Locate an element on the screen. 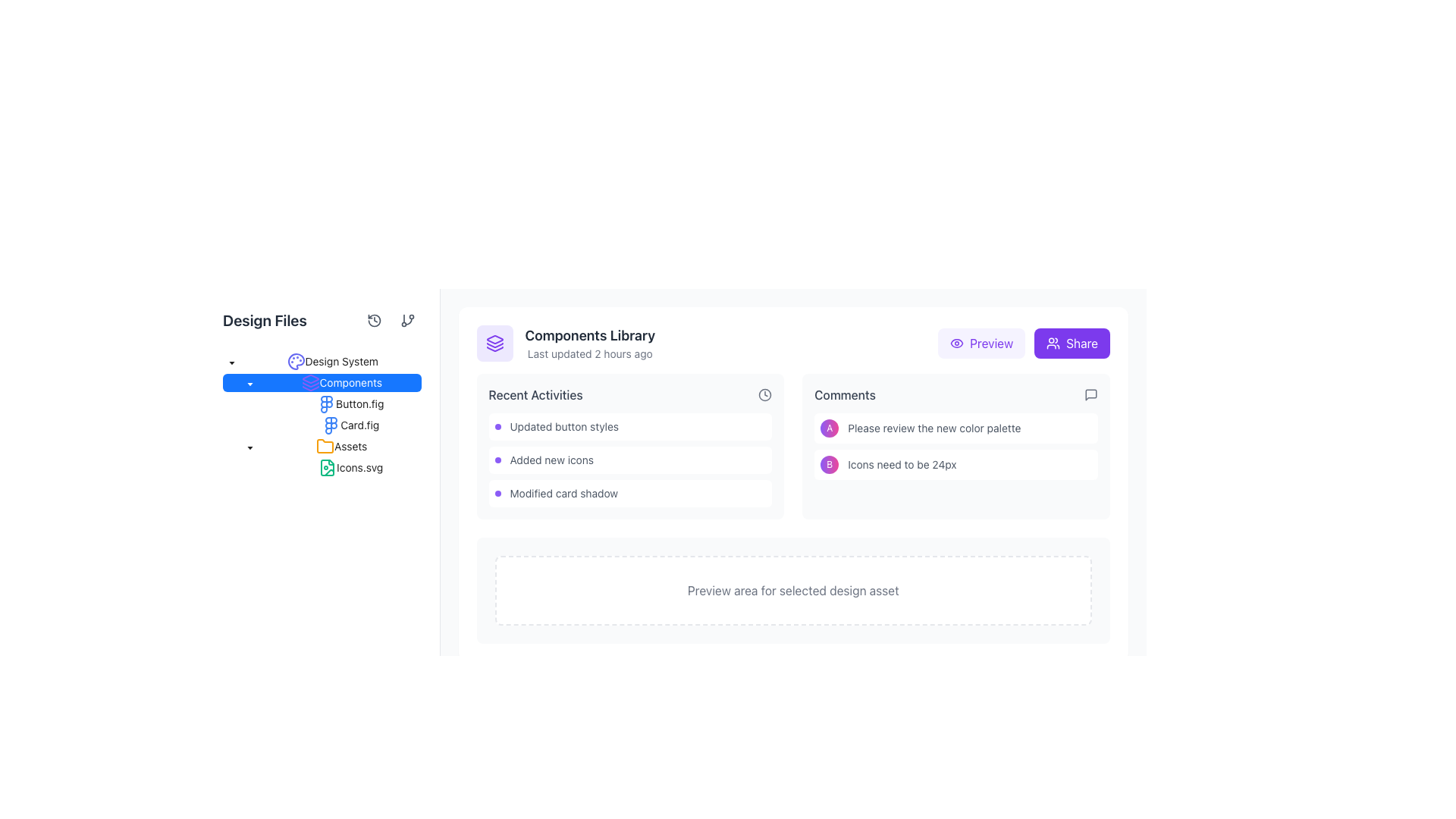 This screenshot has height=819, width=1456. the group of interactive buttons with vector icons located in the top-right area of the 'Design Files' panel is located at coordinates (391, 320).